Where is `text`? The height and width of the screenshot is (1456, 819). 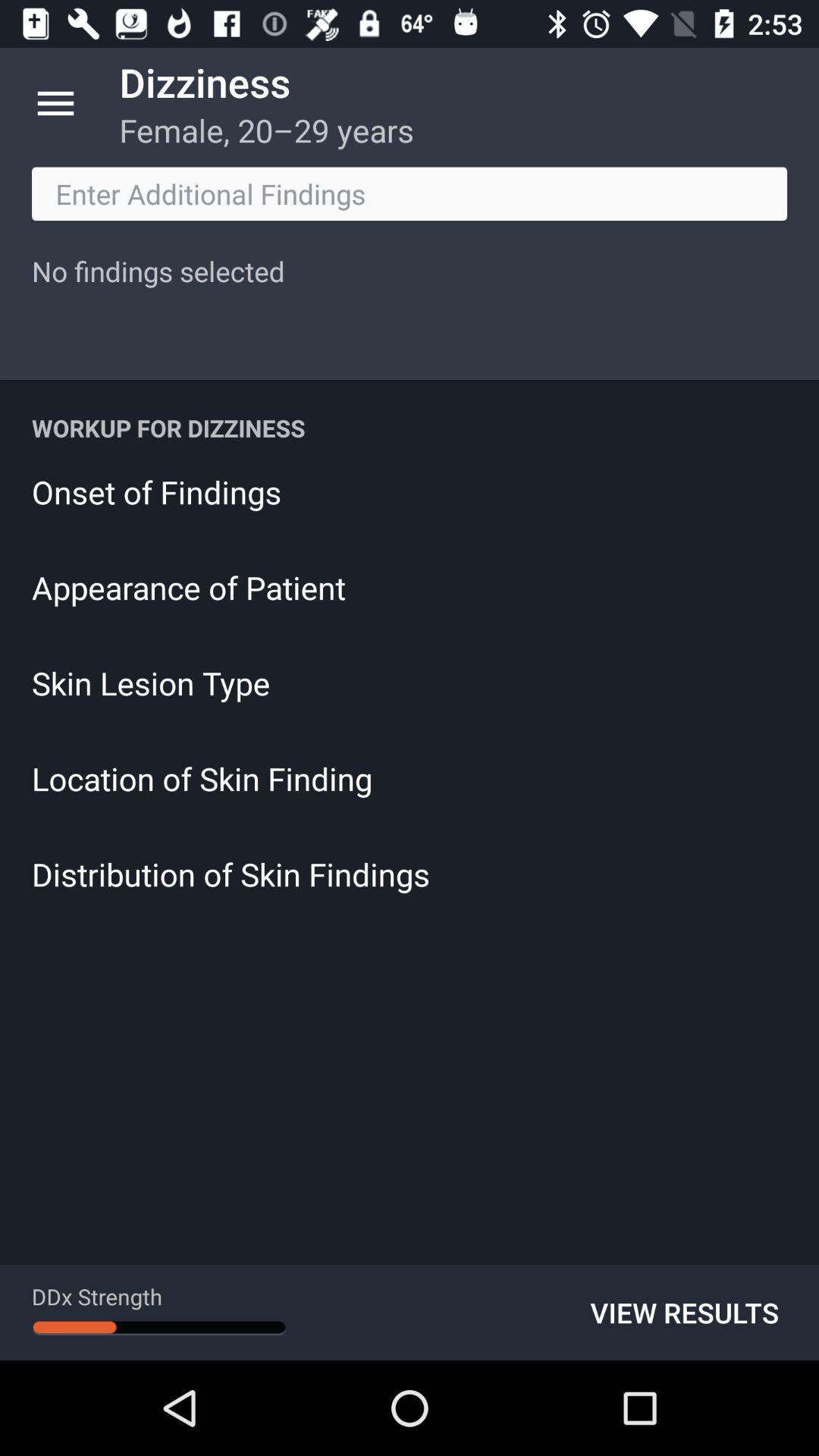 text is located at coordinates (409, 193).